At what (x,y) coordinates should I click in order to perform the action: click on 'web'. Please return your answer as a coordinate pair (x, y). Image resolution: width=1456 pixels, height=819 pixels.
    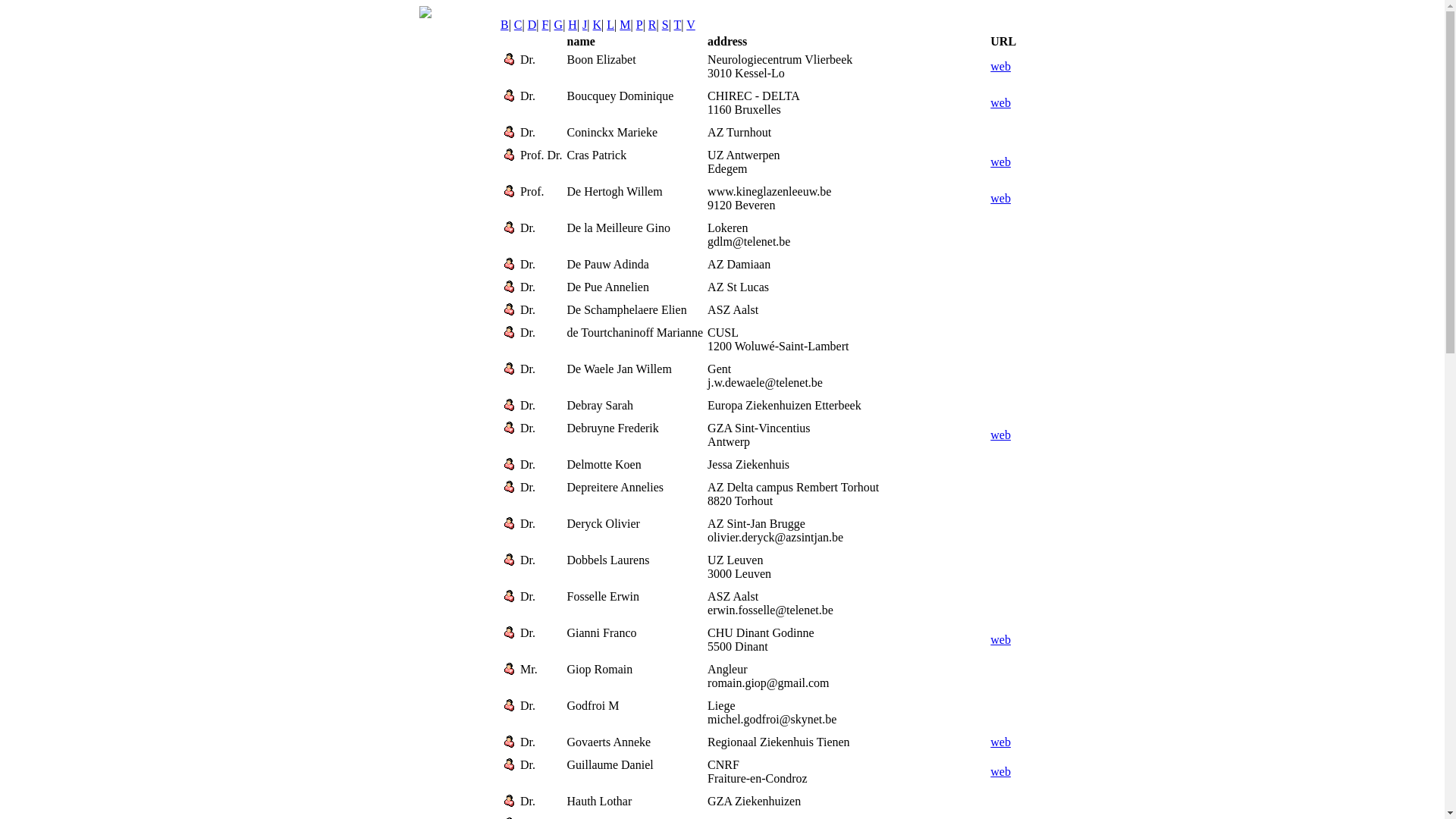
    Looking at the image, I should click on (1000, 102).